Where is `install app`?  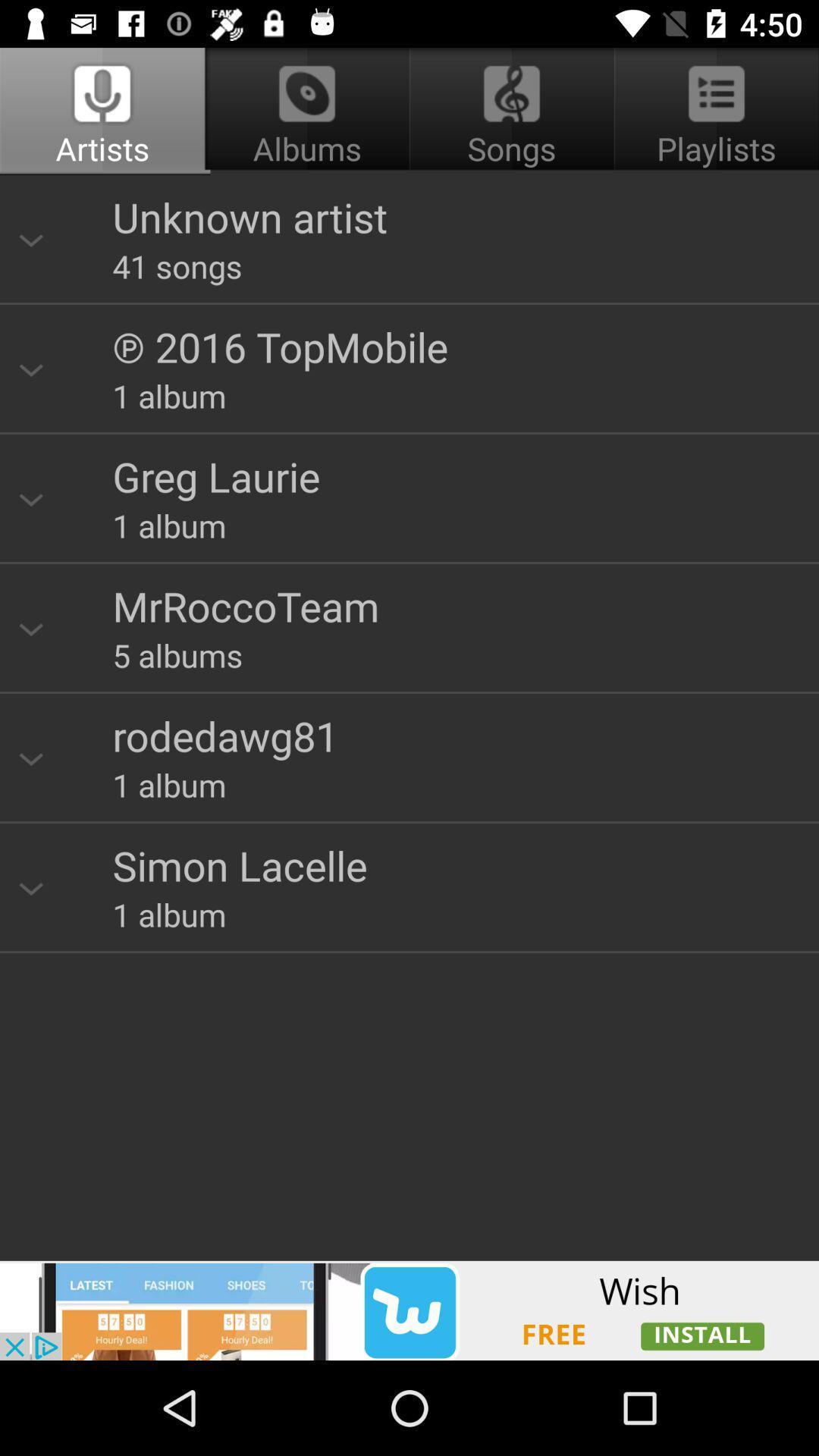
install app is located at coordinates (409, 1310).